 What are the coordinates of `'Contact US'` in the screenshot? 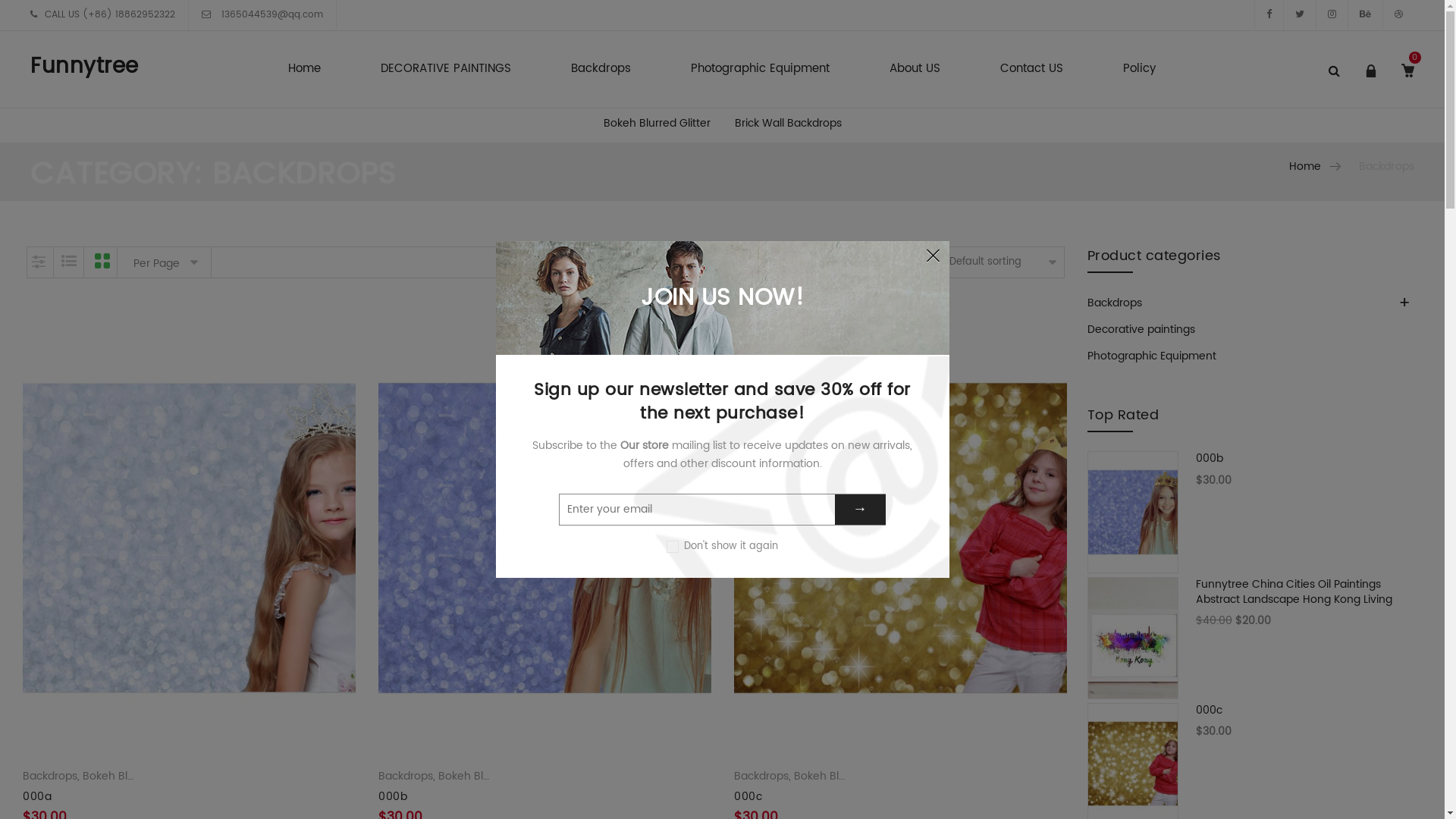 It's located at (1031, 70).